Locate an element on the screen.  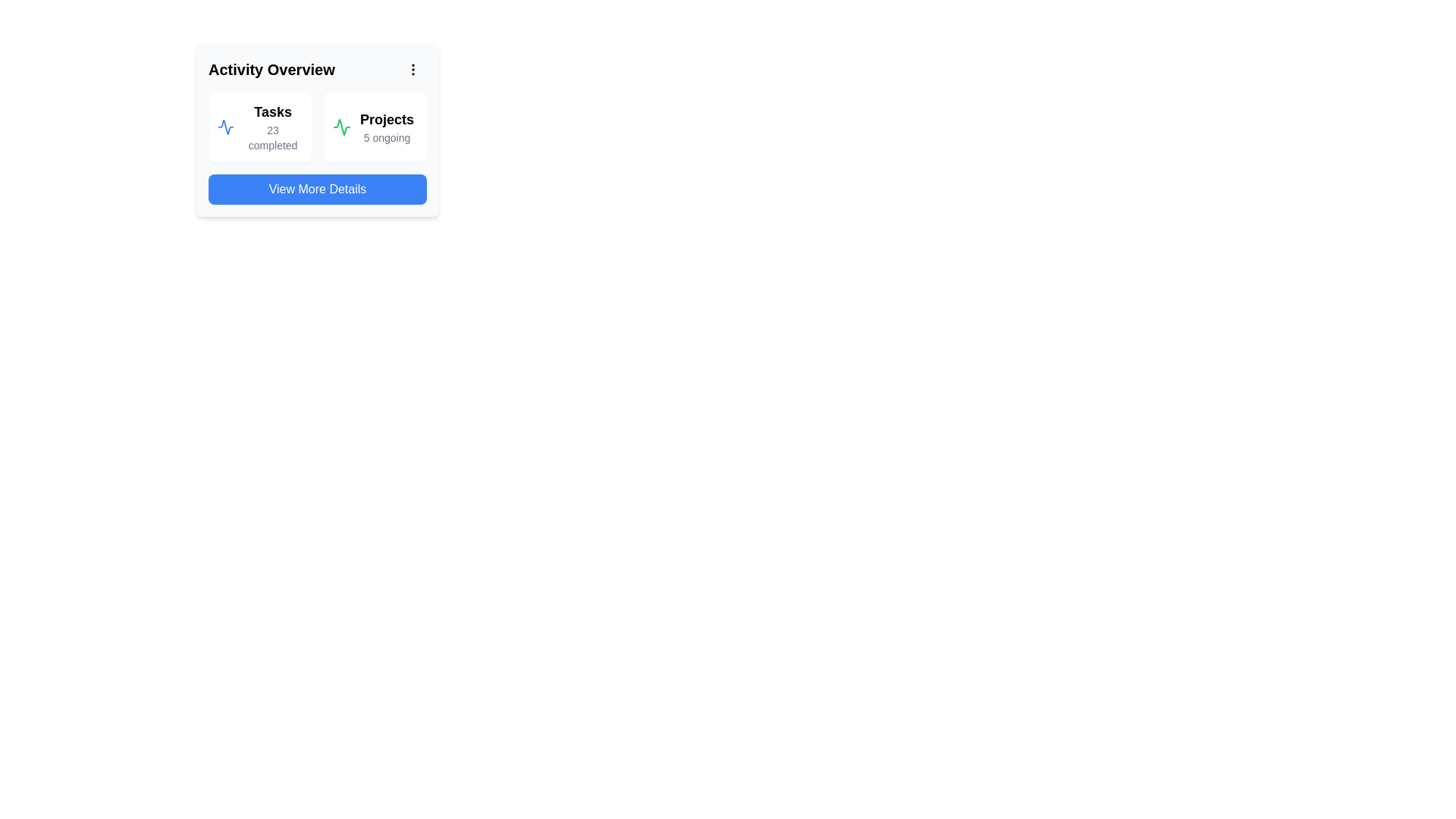
the 'Tasks' graphical icon in the 'Activity Overview' card for accessibility purposes is located at coordinates (225, 127).